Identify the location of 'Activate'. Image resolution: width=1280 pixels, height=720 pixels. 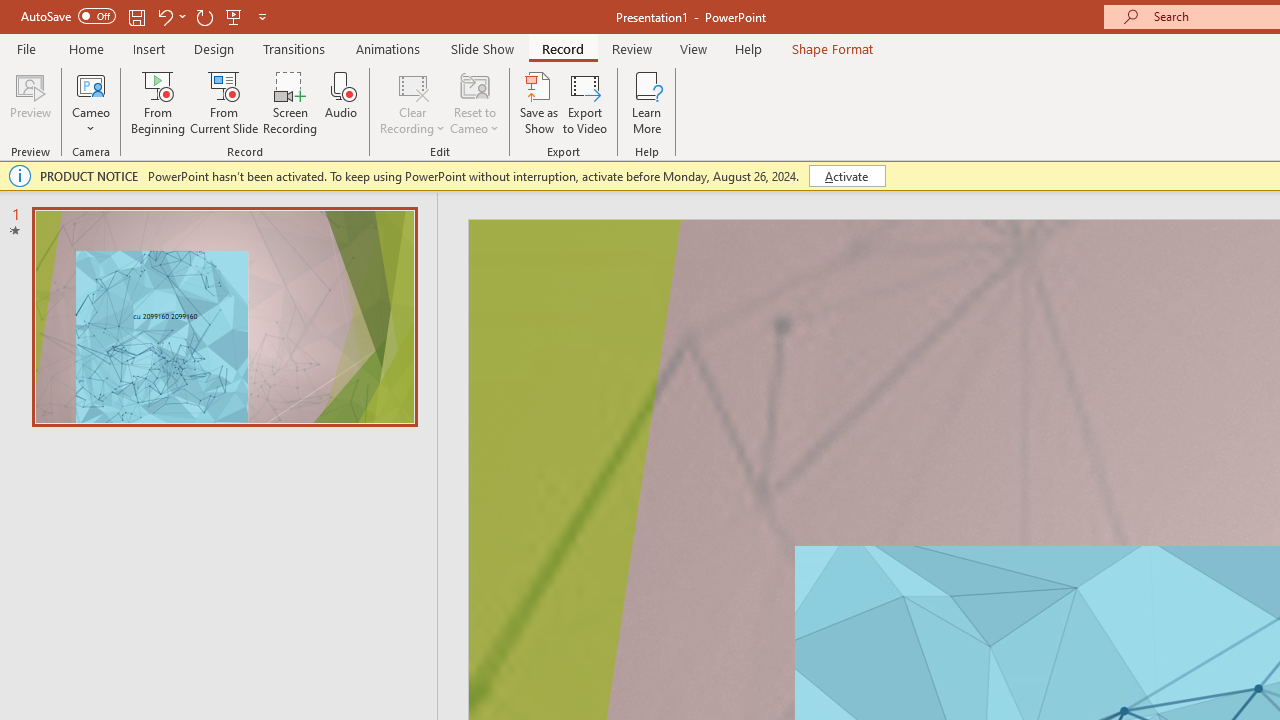
(847, 175).